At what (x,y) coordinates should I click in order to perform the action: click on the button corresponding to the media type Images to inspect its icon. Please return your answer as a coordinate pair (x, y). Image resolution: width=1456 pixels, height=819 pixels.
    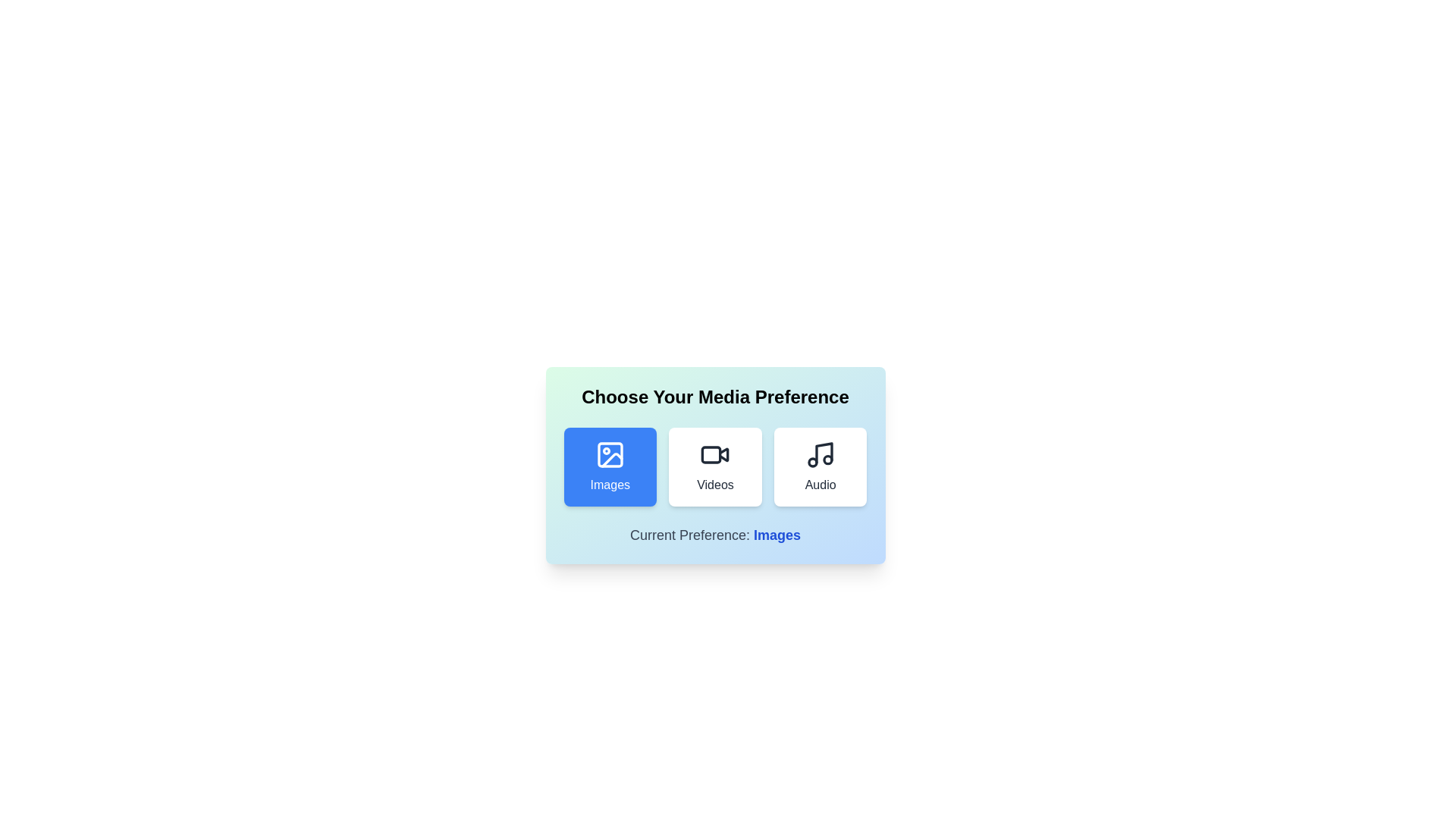
    Looking at the image, I should click on (610, 466).